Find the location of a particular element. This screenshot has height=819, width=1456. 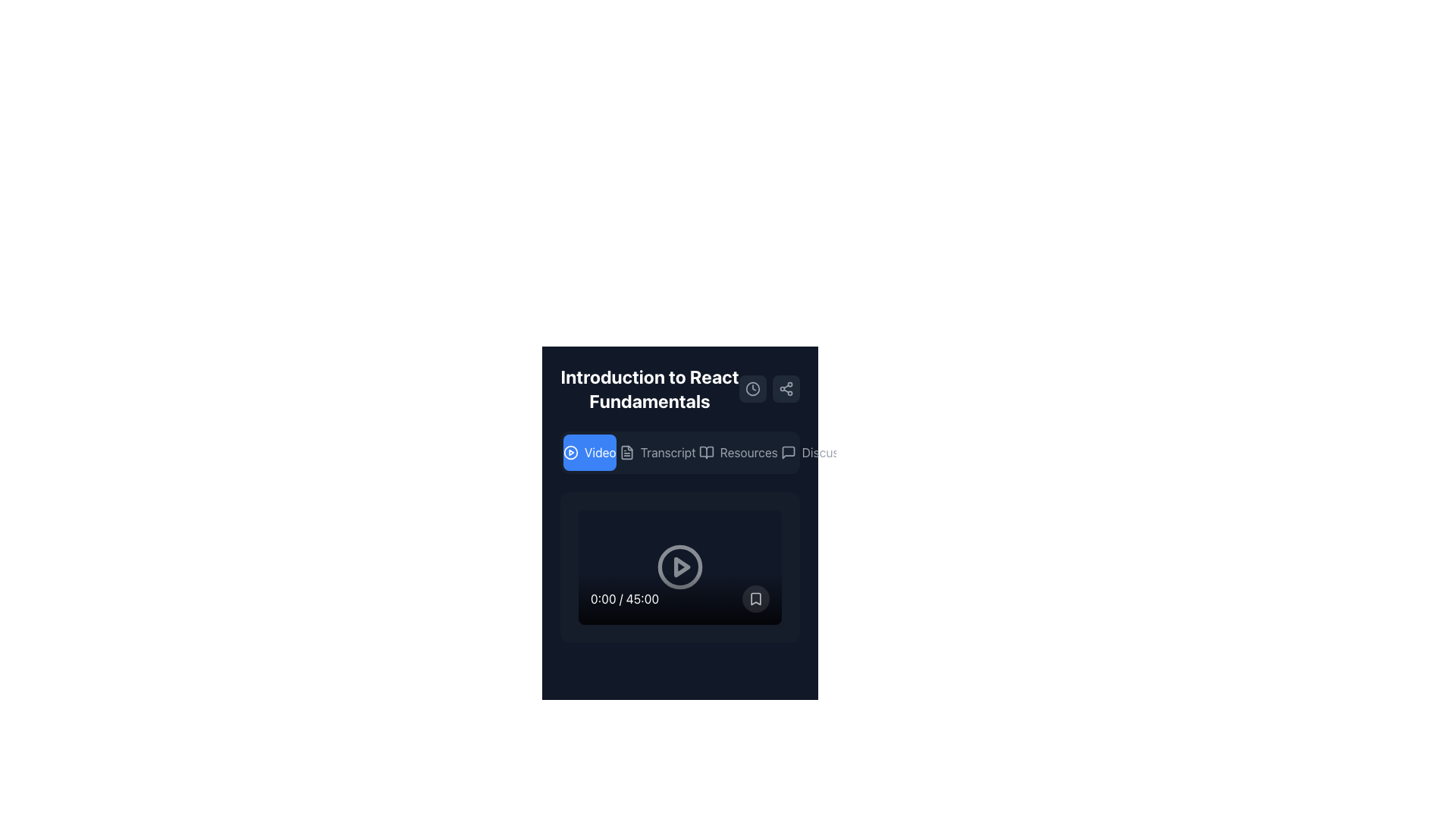

the video player component located under the 'Introduction to React Fundamentals' section is located at coordinates (679, 567).